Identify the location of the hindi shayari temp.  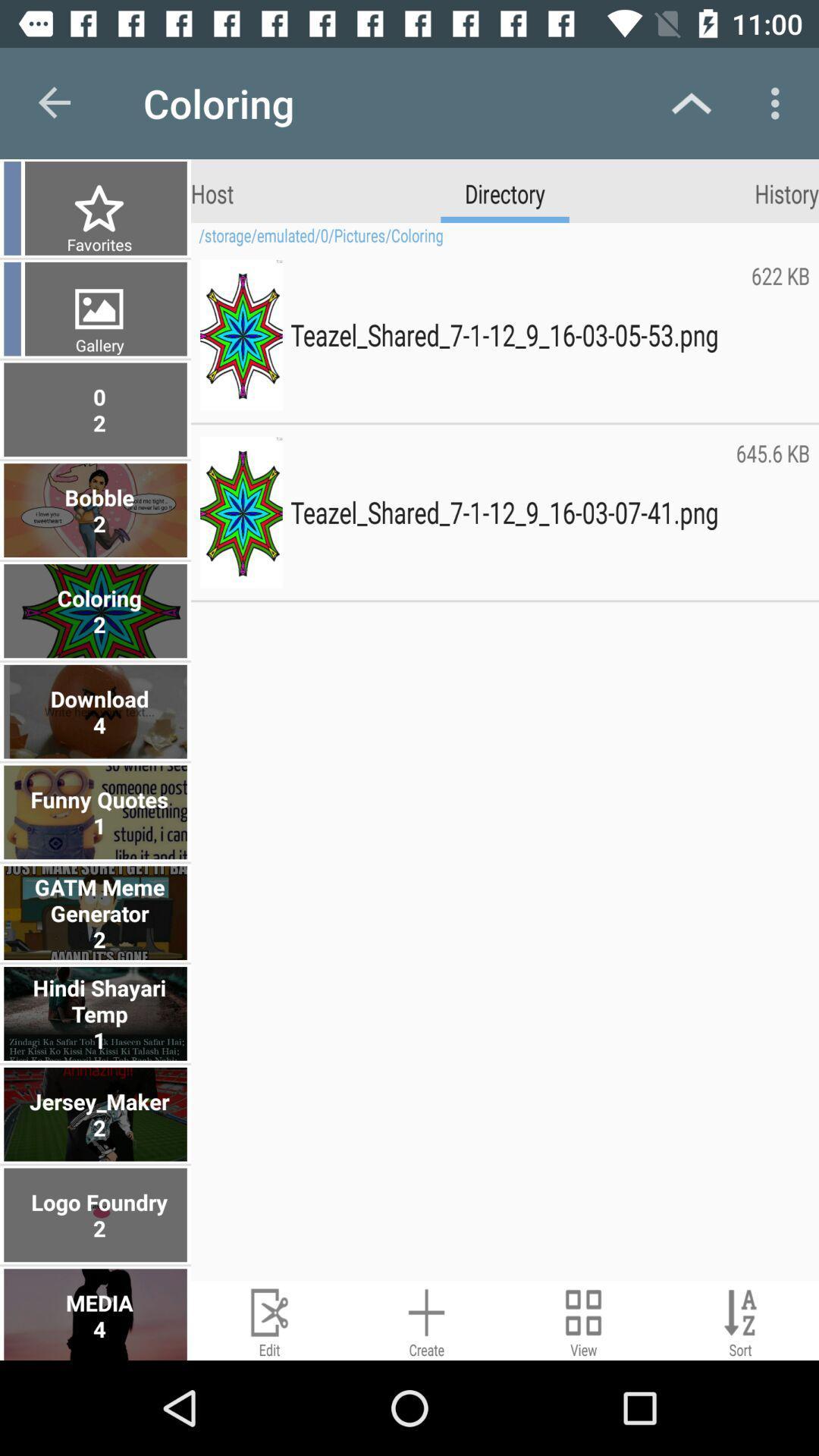
(97, 1013).